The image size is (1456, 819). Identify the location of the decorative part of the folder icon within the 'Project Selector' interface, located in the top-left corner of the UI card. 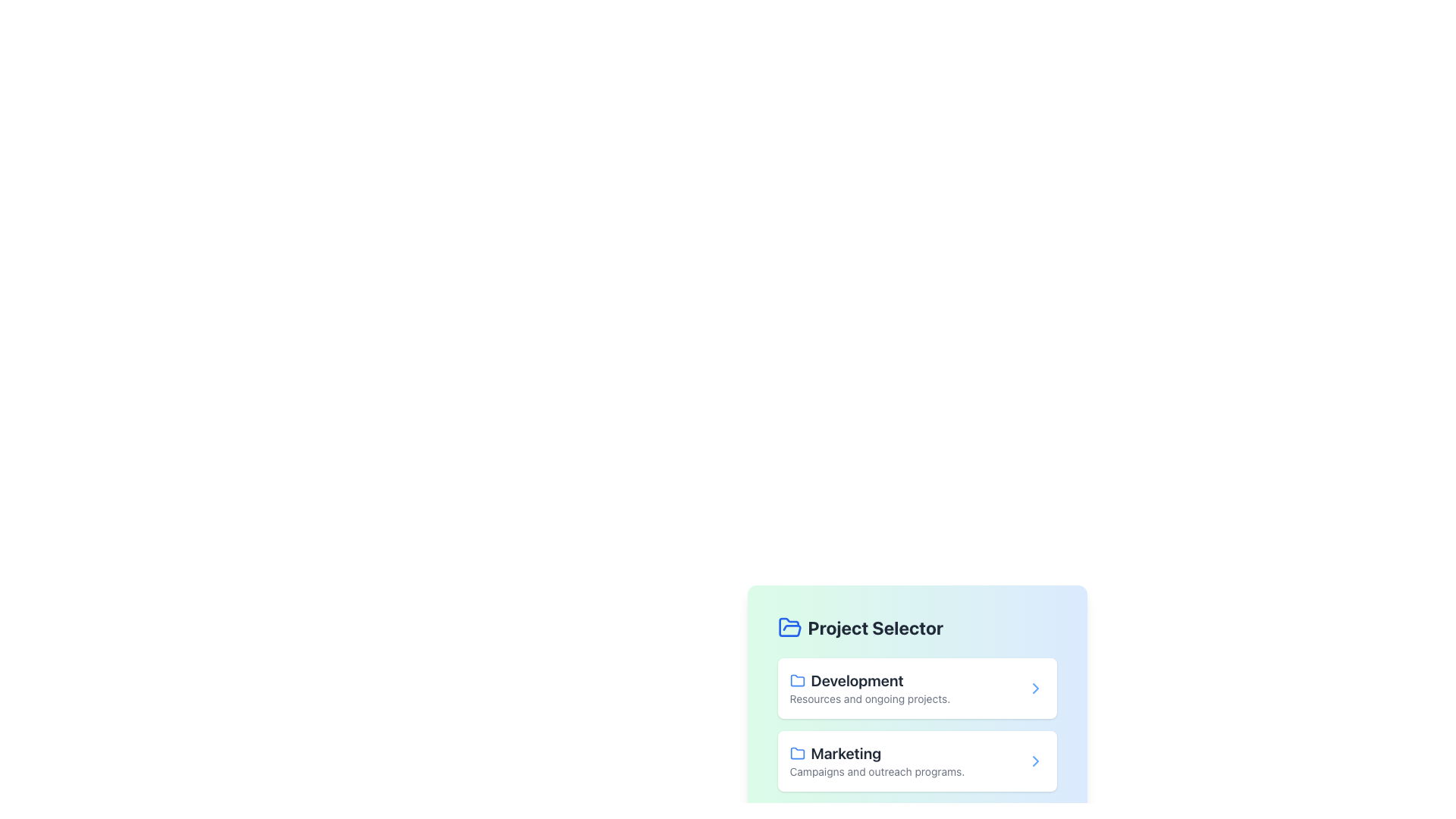
(789, 627).